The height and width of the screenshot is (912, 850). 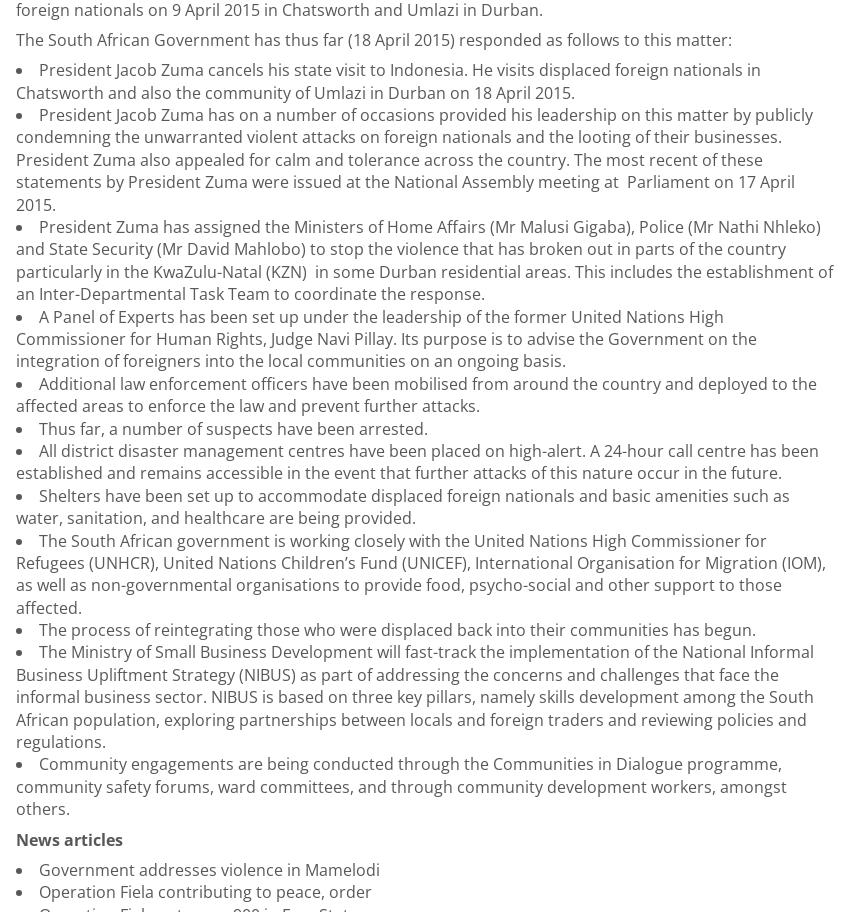 I want to click on 'were issued at the National Assembly meeting at  Parliament on 17 April 2015.', so click(x=405, y=191).